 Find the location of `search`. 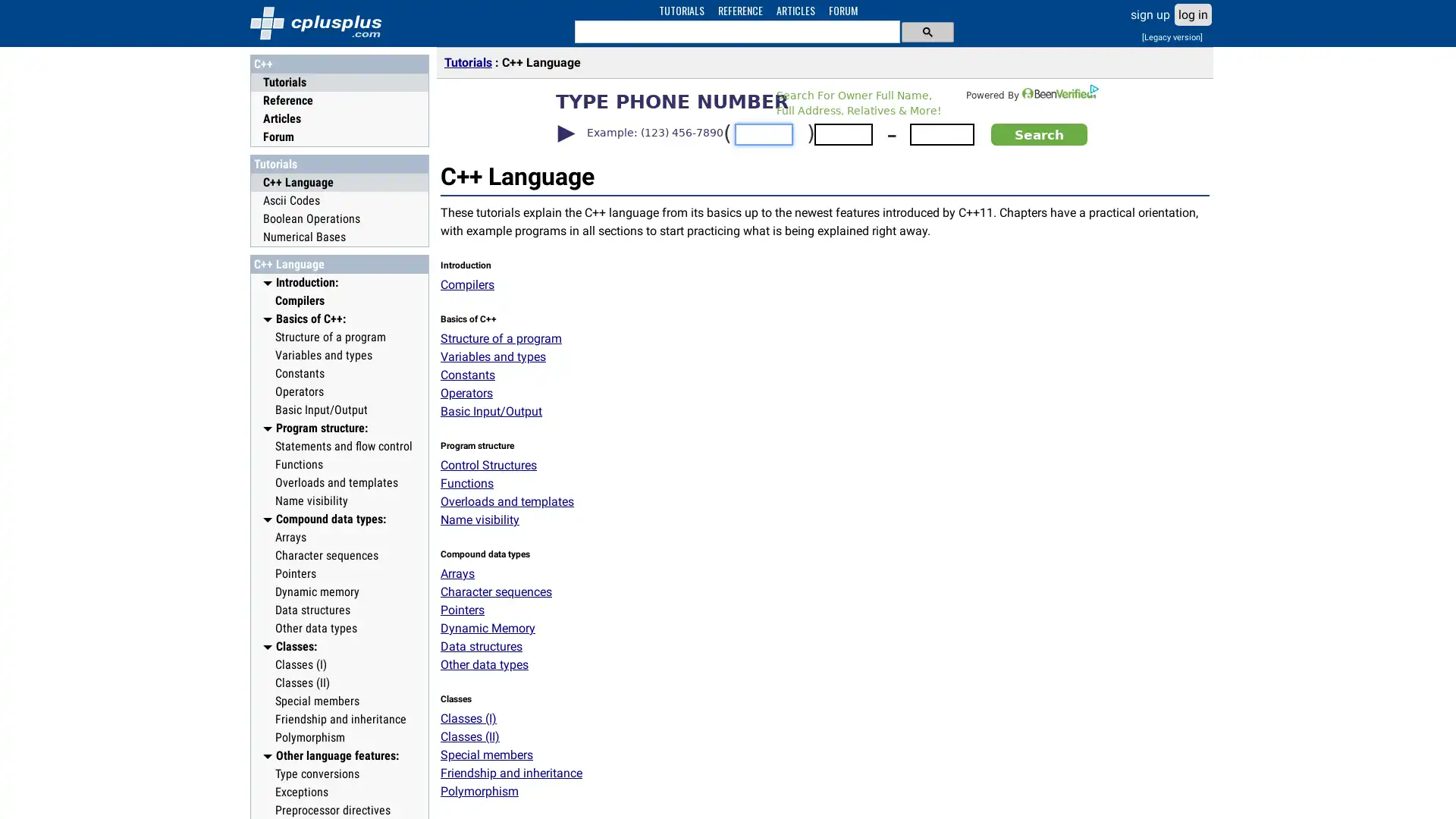

search is located at coordinates (926, 31).